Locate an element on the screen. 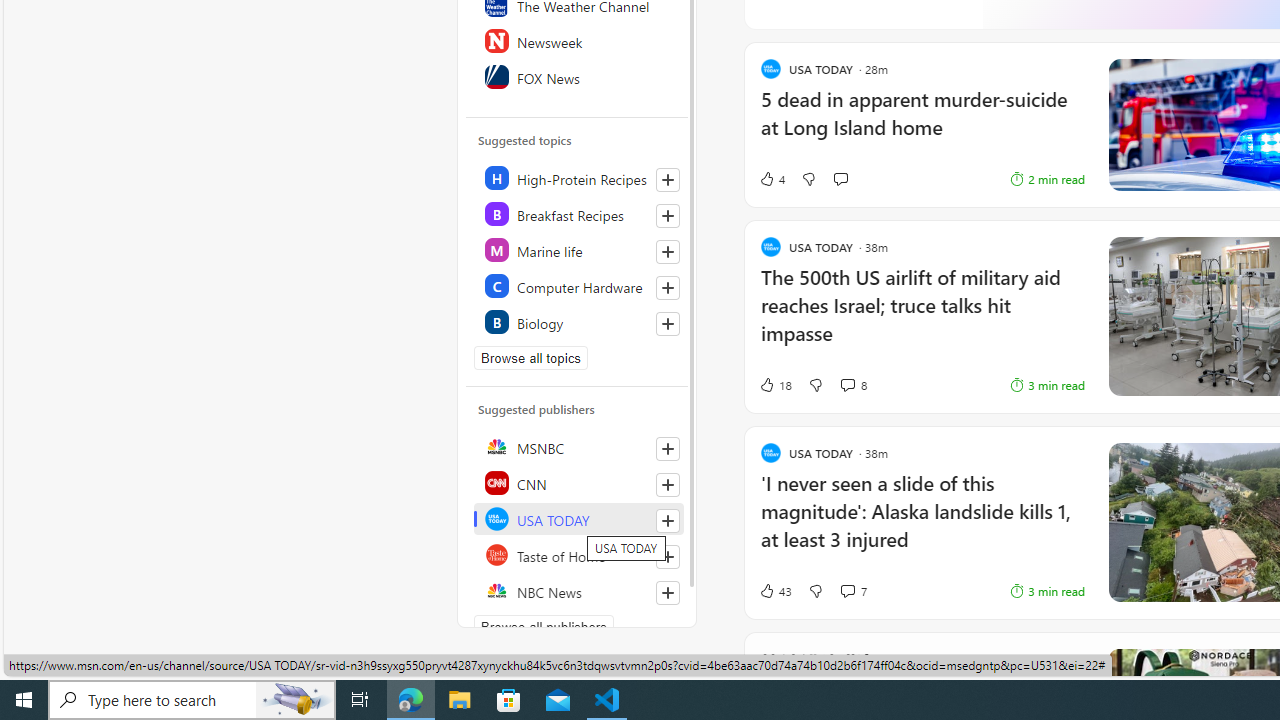  'View comments 7 Comment' is located at coordinates (847, 590).